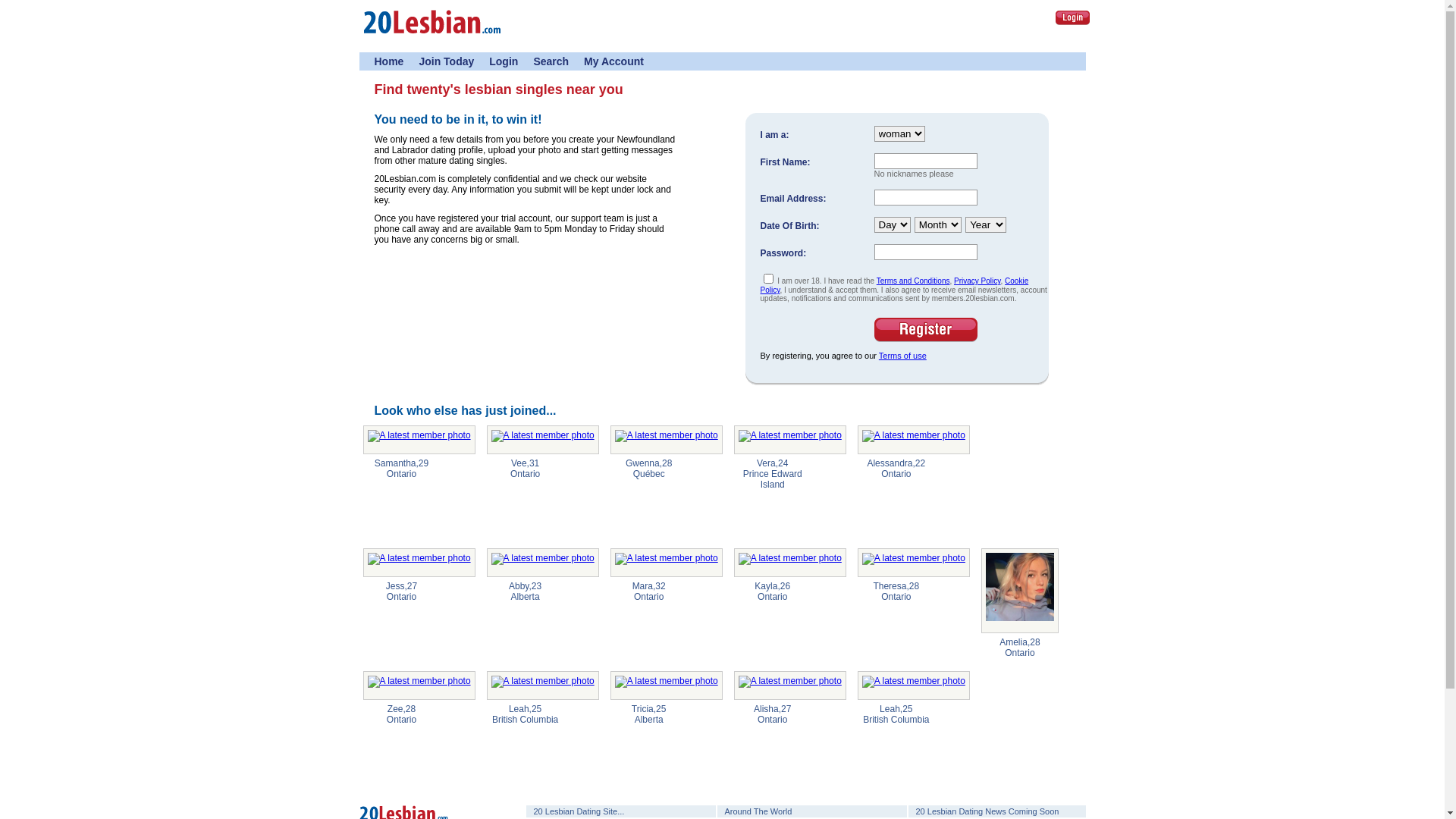 The width and height of the screenshot is (1456, 819). I want to click on 'Amelia, 28 from Toronto, Ontario', so click(1019, 590).